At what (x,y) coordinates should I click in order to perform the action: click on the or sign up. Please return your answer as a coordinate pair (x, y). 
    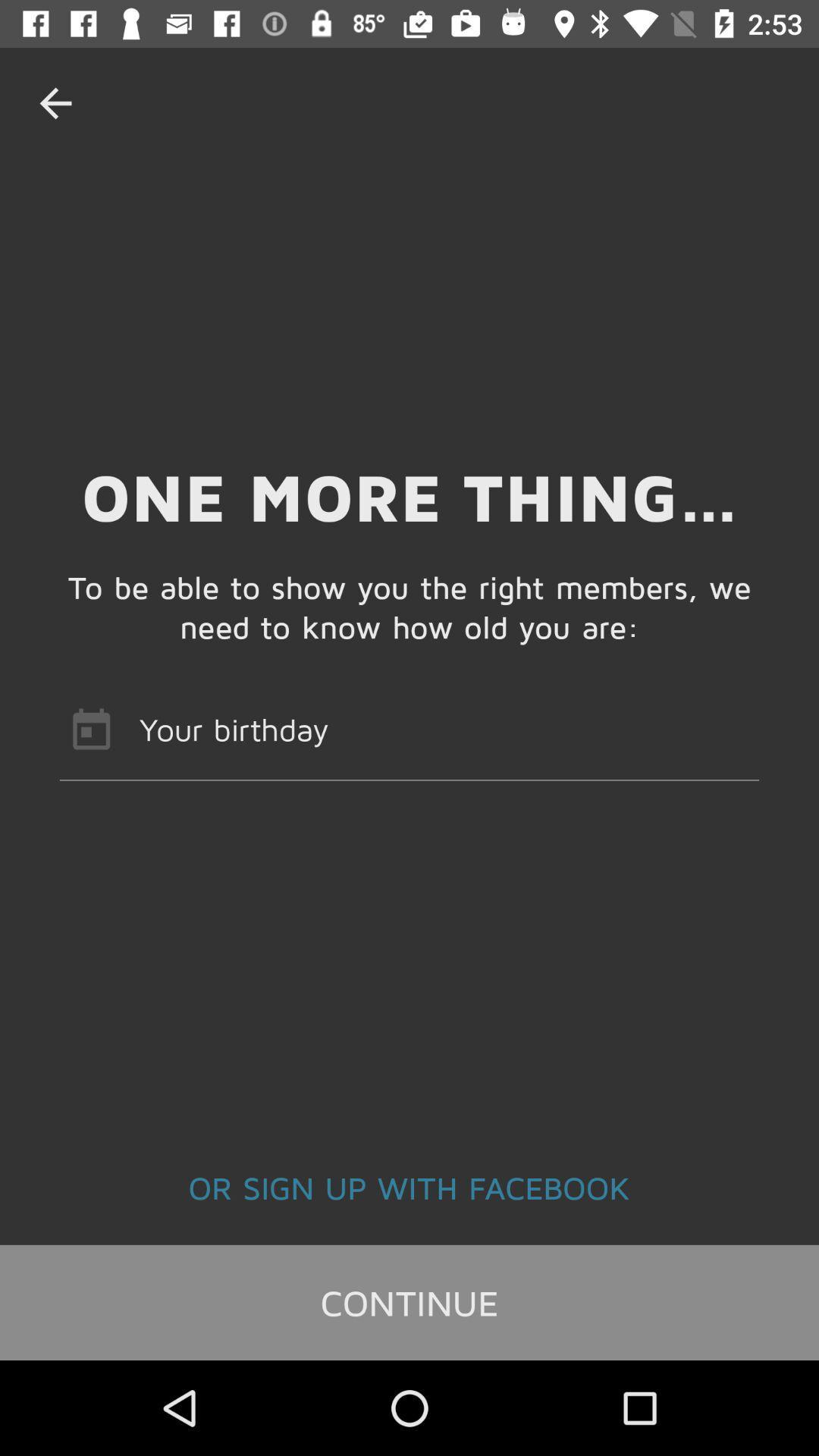
    Looking at the image, I should click on (409, 1186).